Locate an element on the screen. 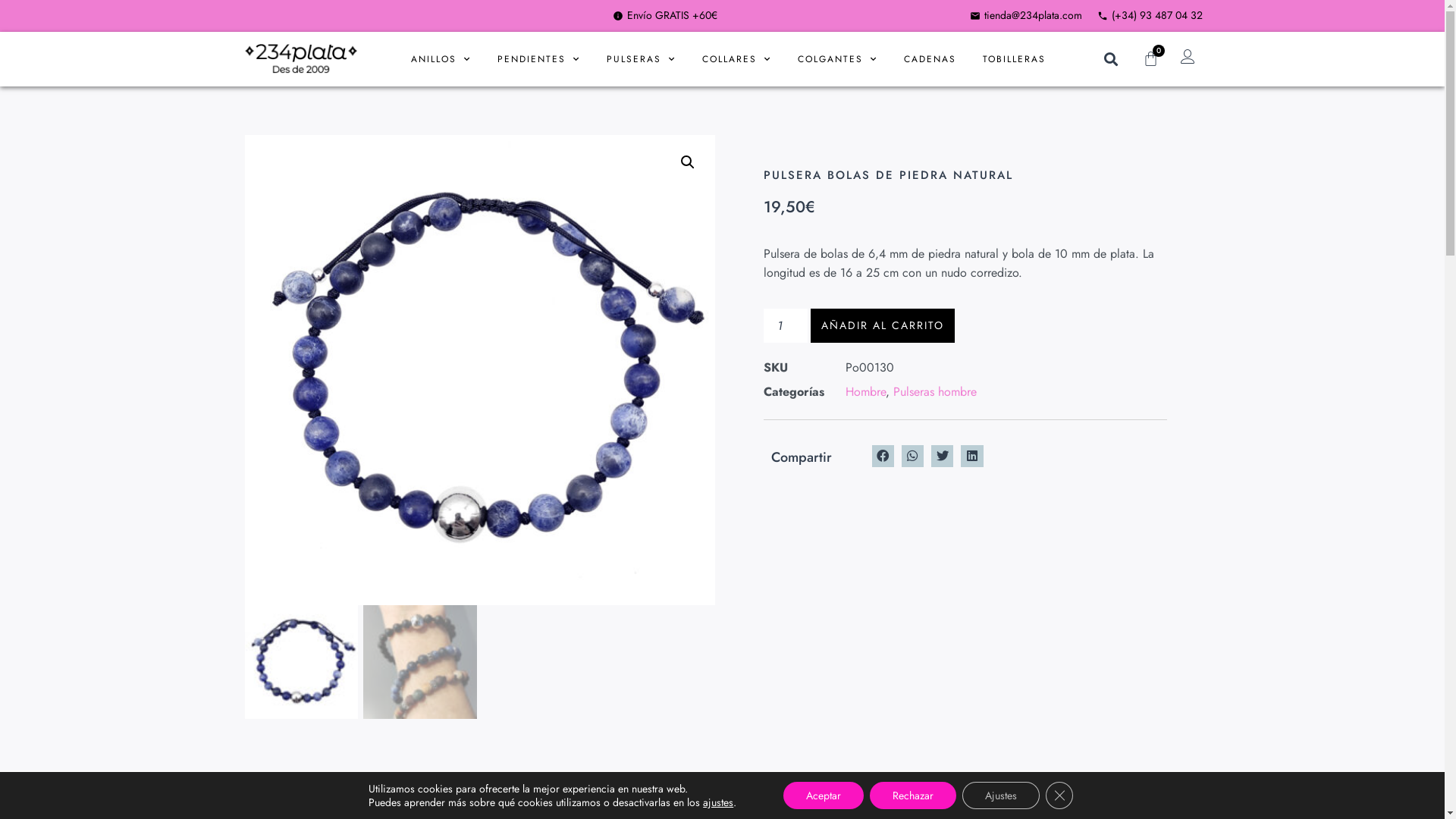 The height and width of the screenshot is (819, 1456). 'tienda@234plata.com' is located at coordinates (1025, 15).